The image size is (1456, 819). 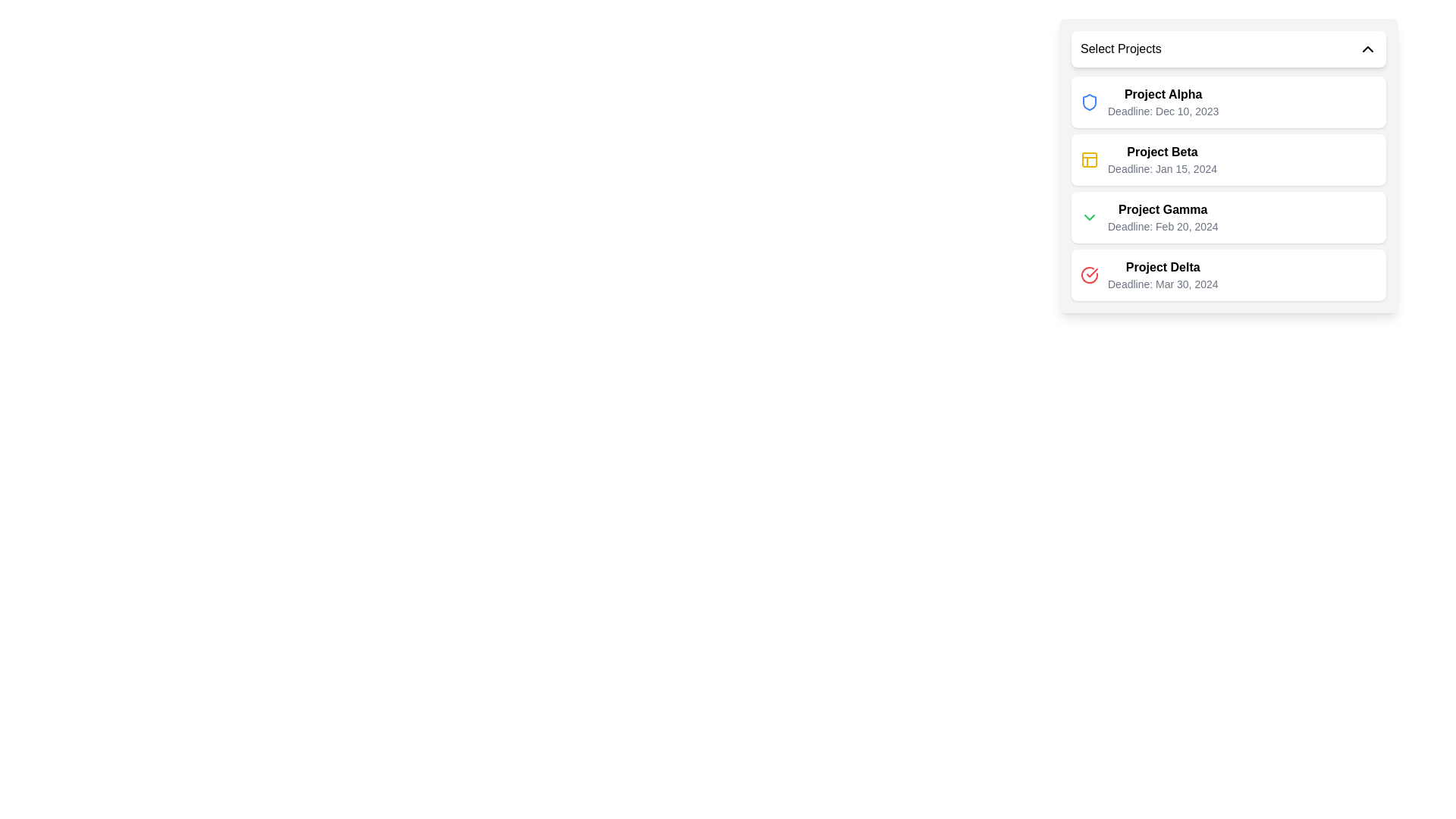 I want to click on the icon representing 'Project Beta' located immediately to the left of the text with the same name, so click(x=1088, y=160).